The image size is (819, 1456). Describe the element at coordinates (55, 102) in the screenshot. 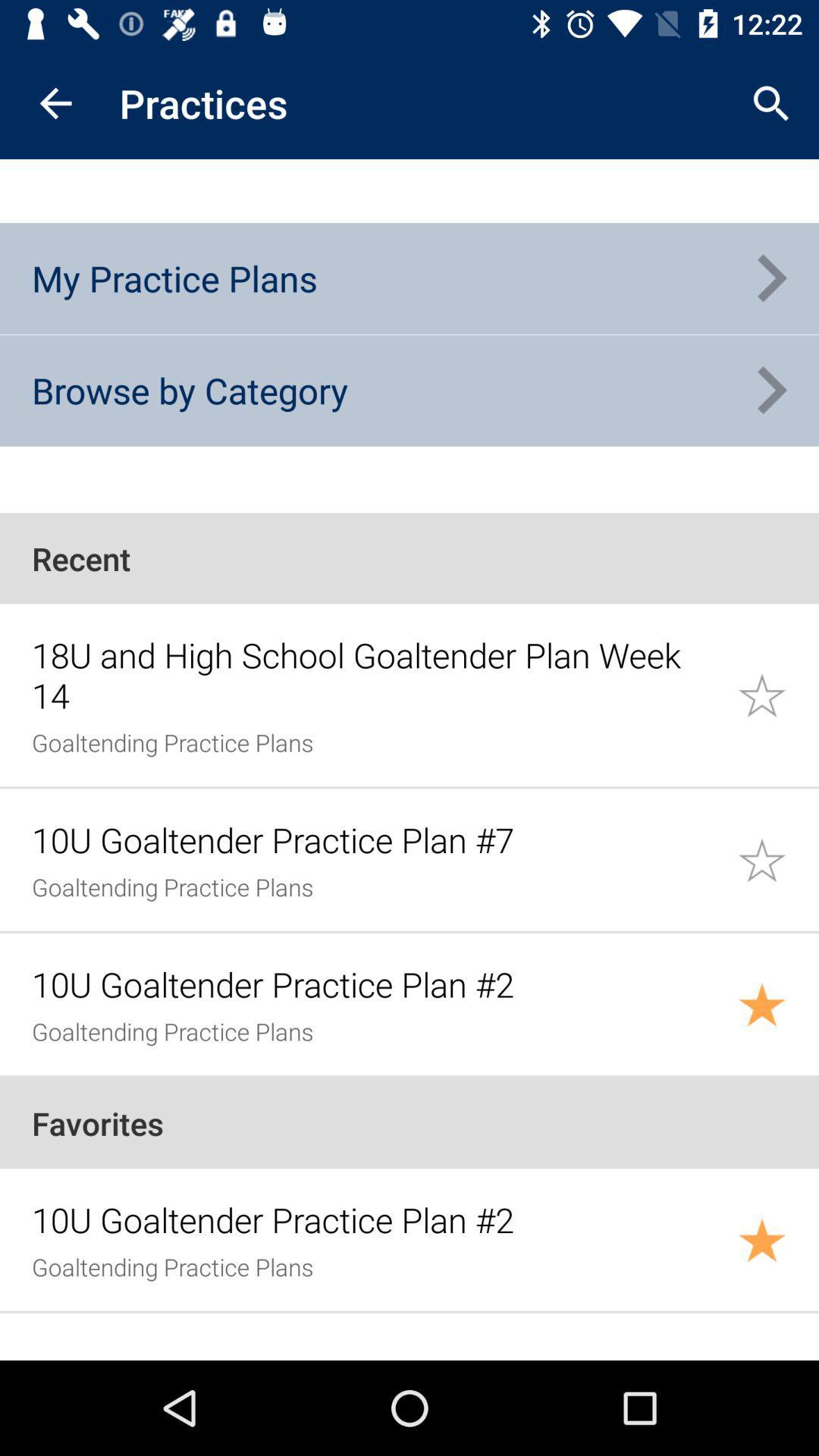

I see `the app to the left of practices` at that location.